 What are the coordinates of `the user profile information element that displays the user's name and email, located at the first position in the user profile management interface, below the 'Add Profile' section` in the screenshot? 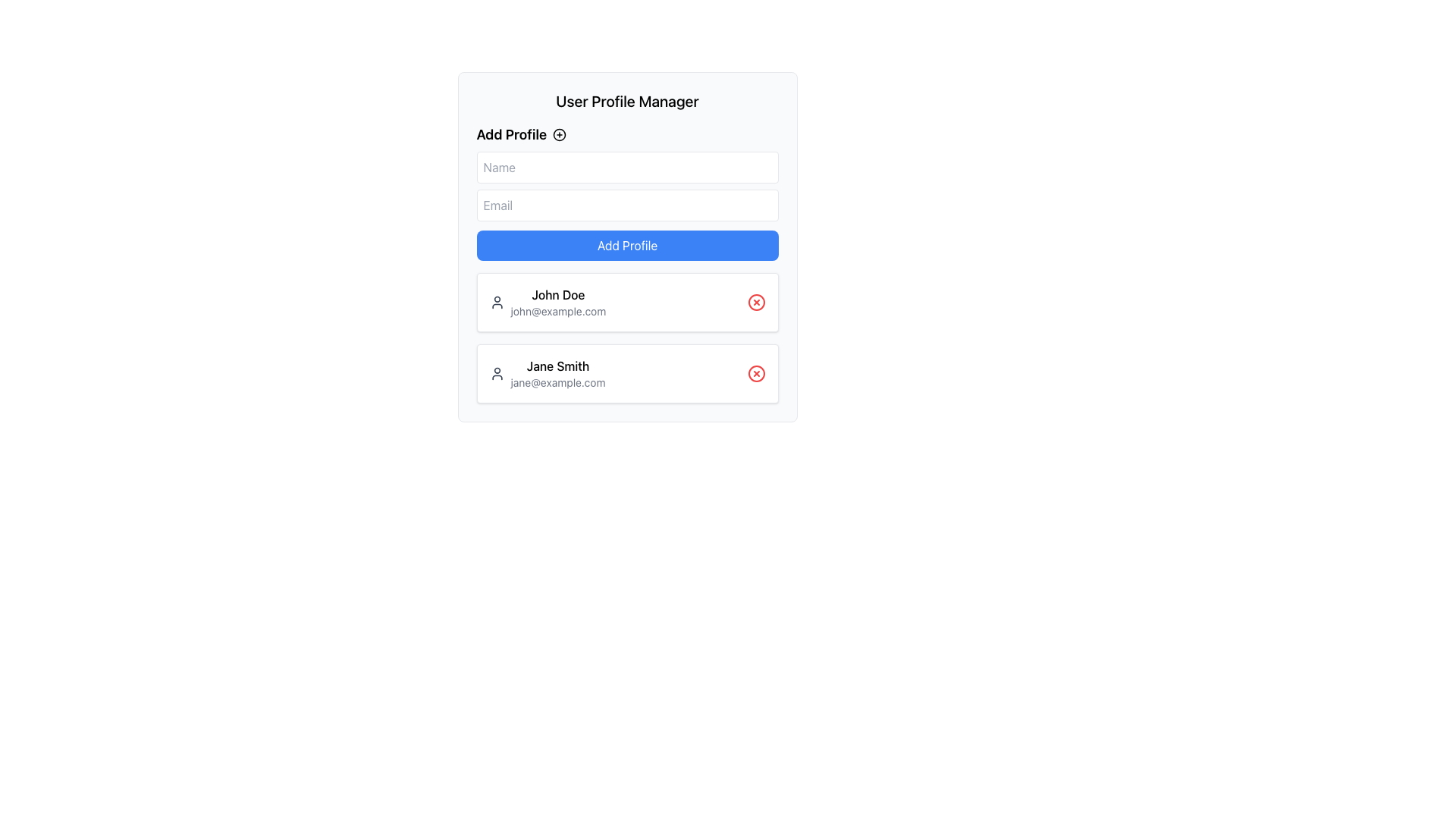 It's located at (557, 302).